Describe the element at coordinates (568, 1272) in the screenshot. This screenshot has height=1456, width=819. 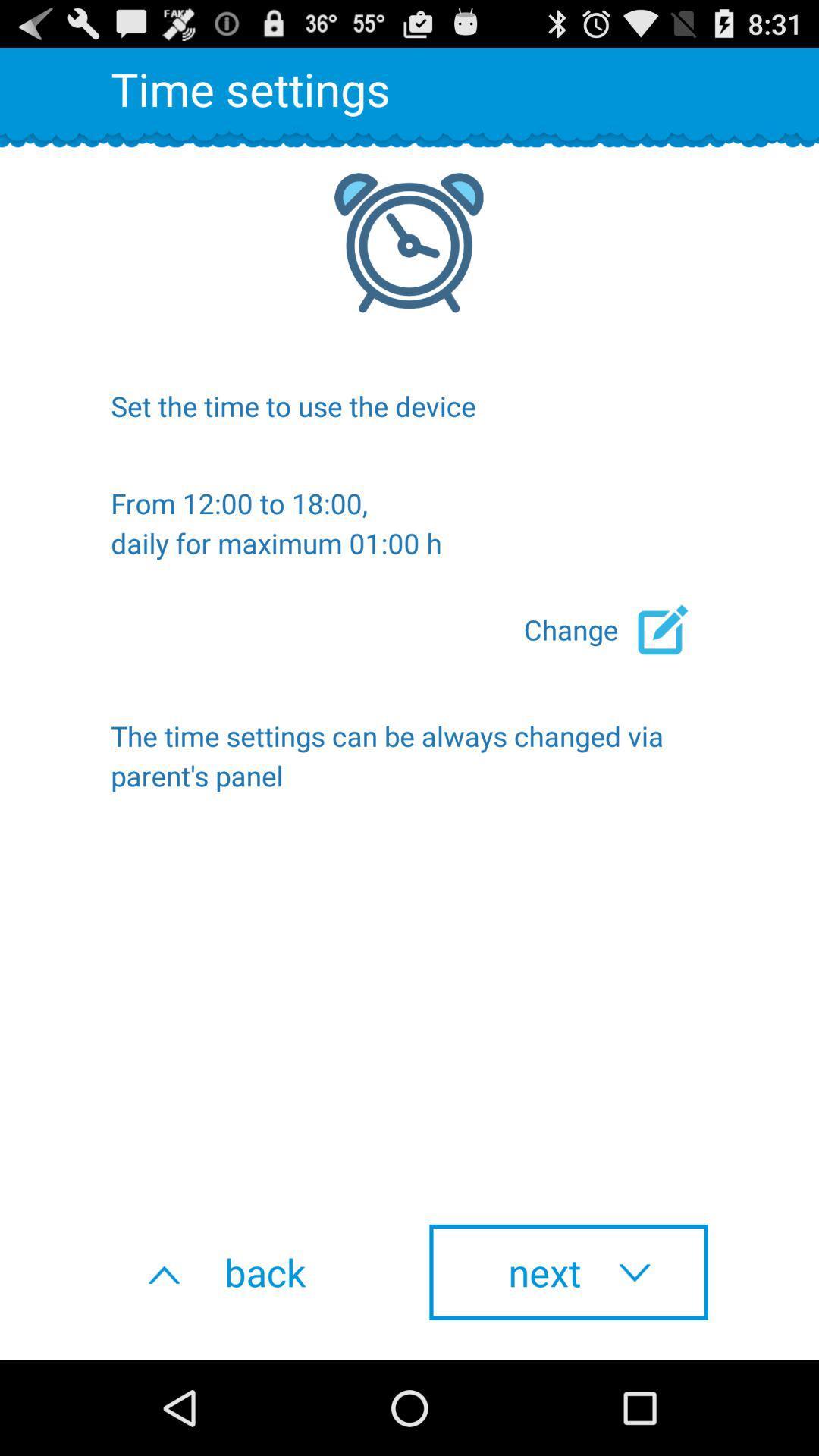
I see `the icon to the right of the back` at that location.